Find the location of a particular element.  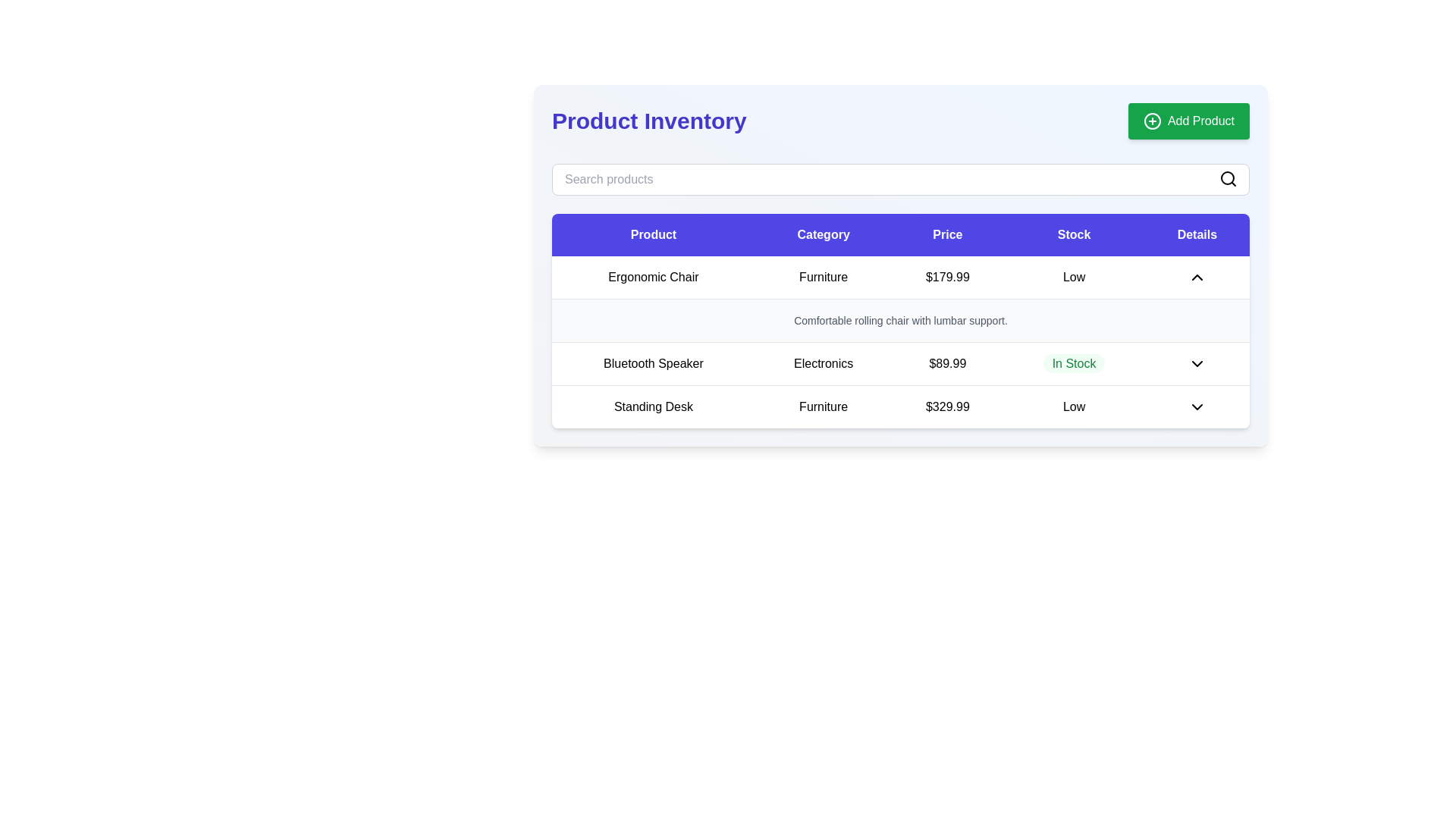

the downward-facing arrow icon button at the far right end of the 'Standing Desk' table row is located at coordinates (1196, 406).